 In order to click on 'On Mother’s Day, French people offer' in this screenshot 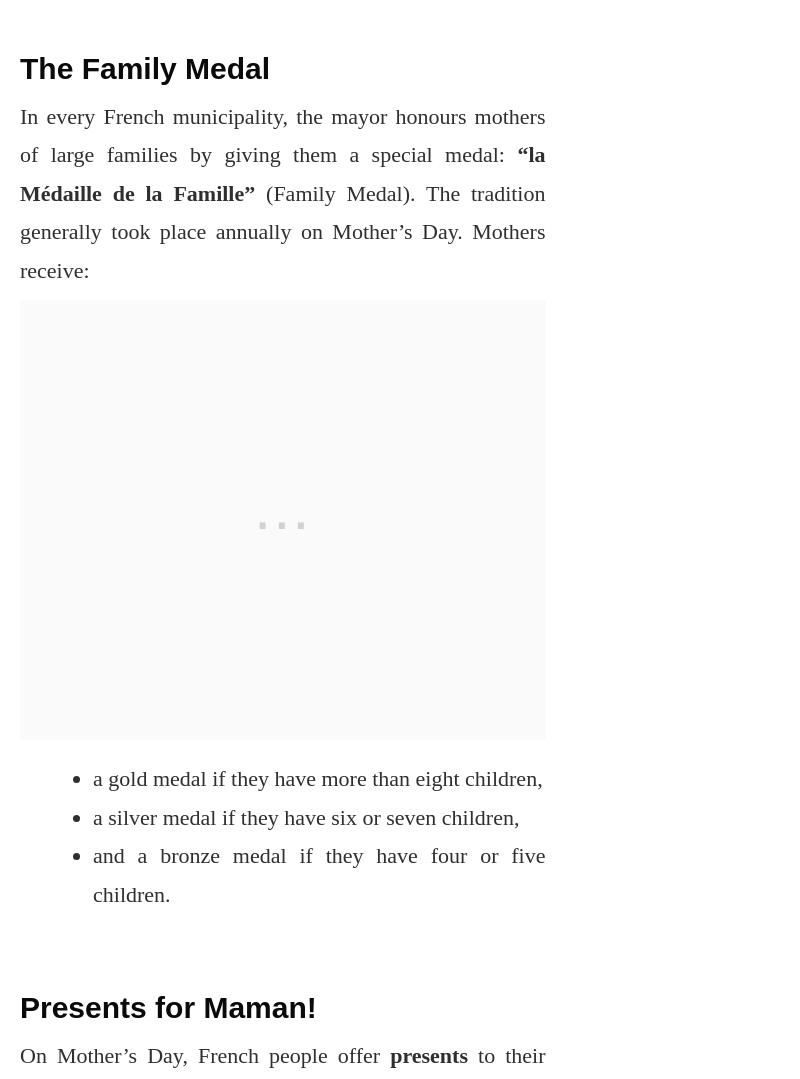, I will do `click(200, 1053)`.